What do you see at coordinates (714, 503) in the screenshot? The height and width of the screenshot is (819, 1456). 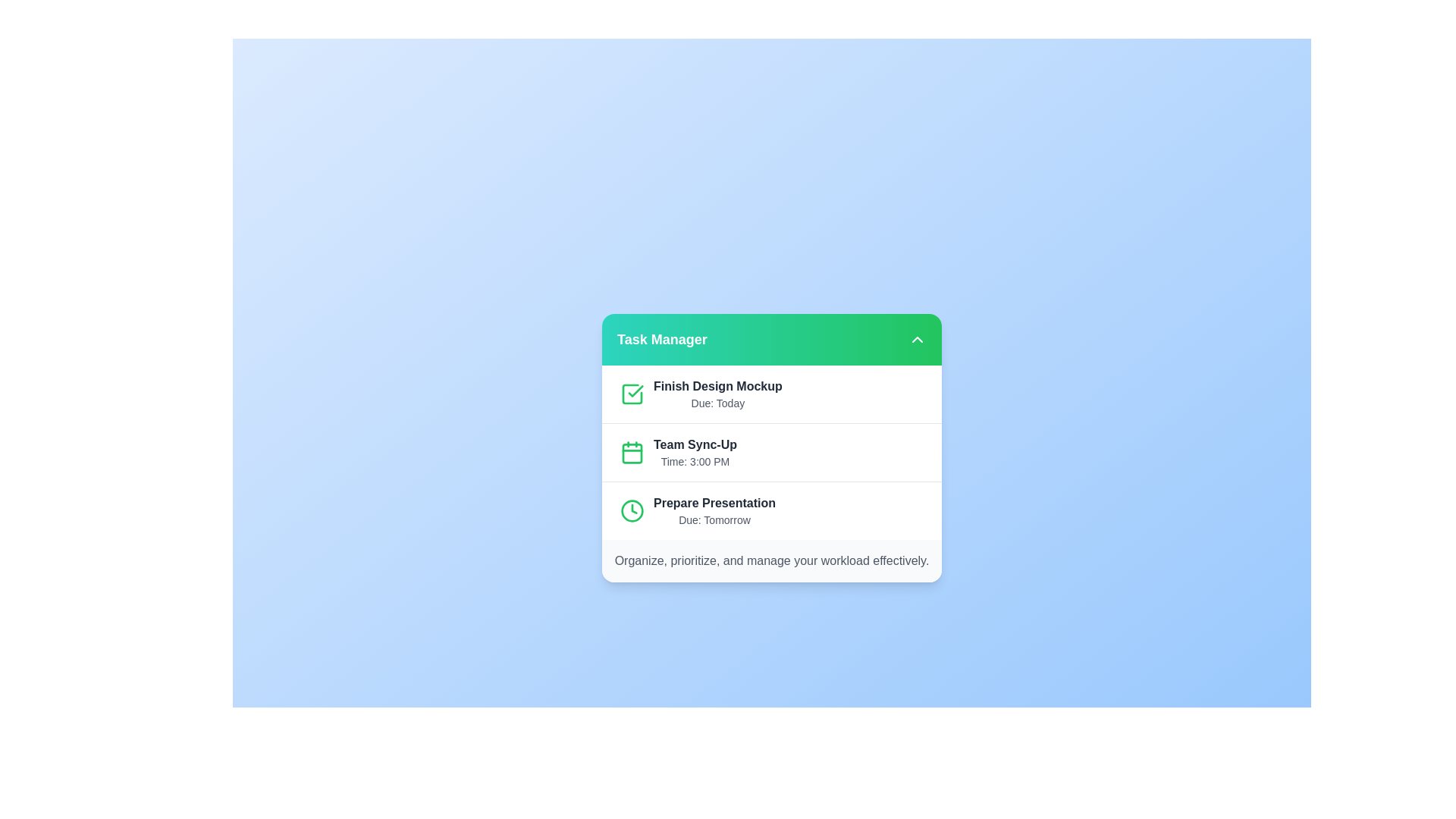 I see `the task item 'Prepare Presentation' by clicking on it` at bounding box center [714, 503].